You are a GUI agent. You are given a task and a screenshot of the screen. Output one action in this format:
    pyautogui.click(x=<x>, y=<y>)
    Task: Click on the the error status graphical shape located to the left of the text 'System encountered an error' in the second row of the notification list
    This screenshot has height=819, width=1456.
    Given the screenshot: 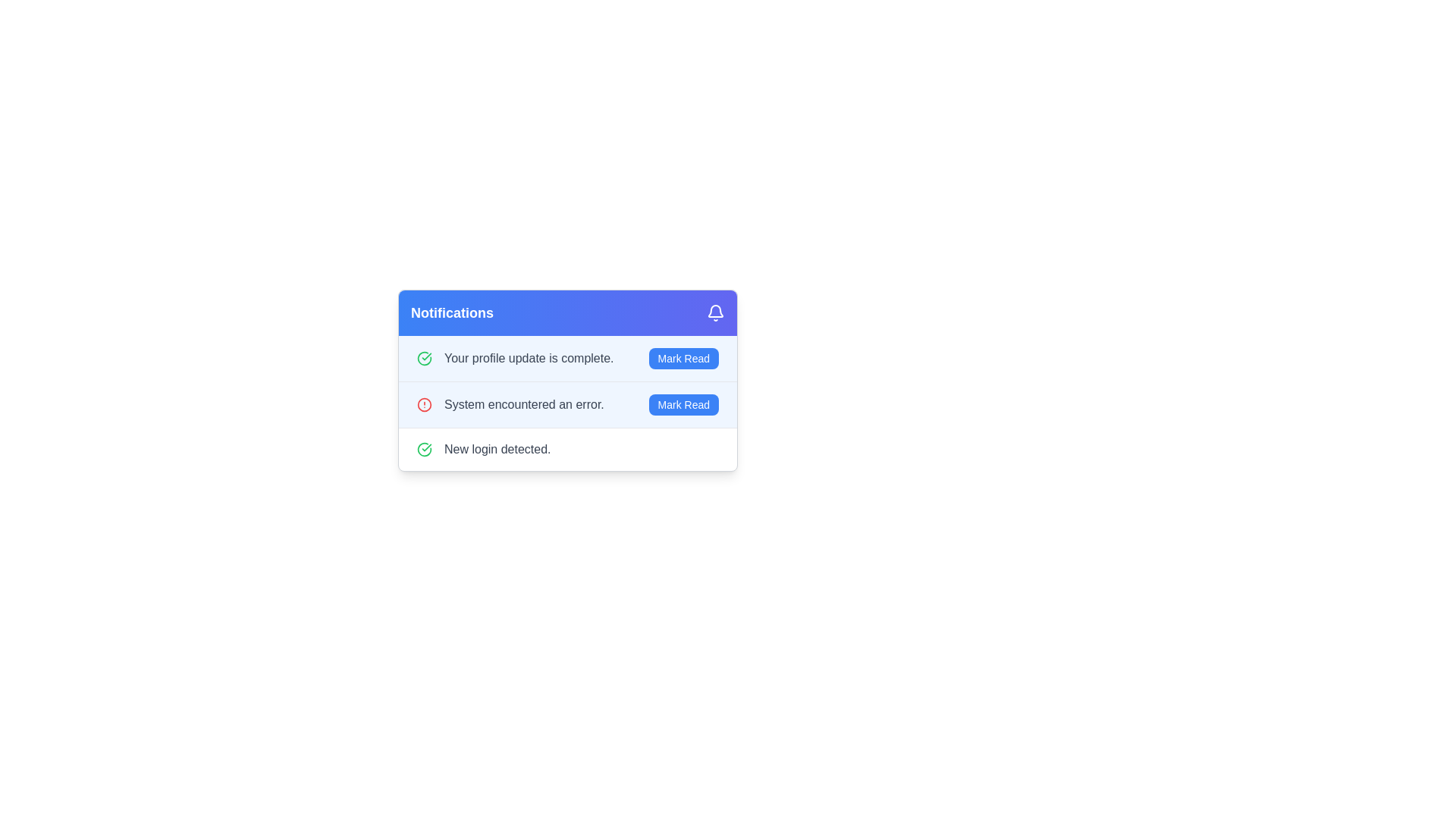 What is the action you would take?
    pyautogui.click(x=425, y=403)
    